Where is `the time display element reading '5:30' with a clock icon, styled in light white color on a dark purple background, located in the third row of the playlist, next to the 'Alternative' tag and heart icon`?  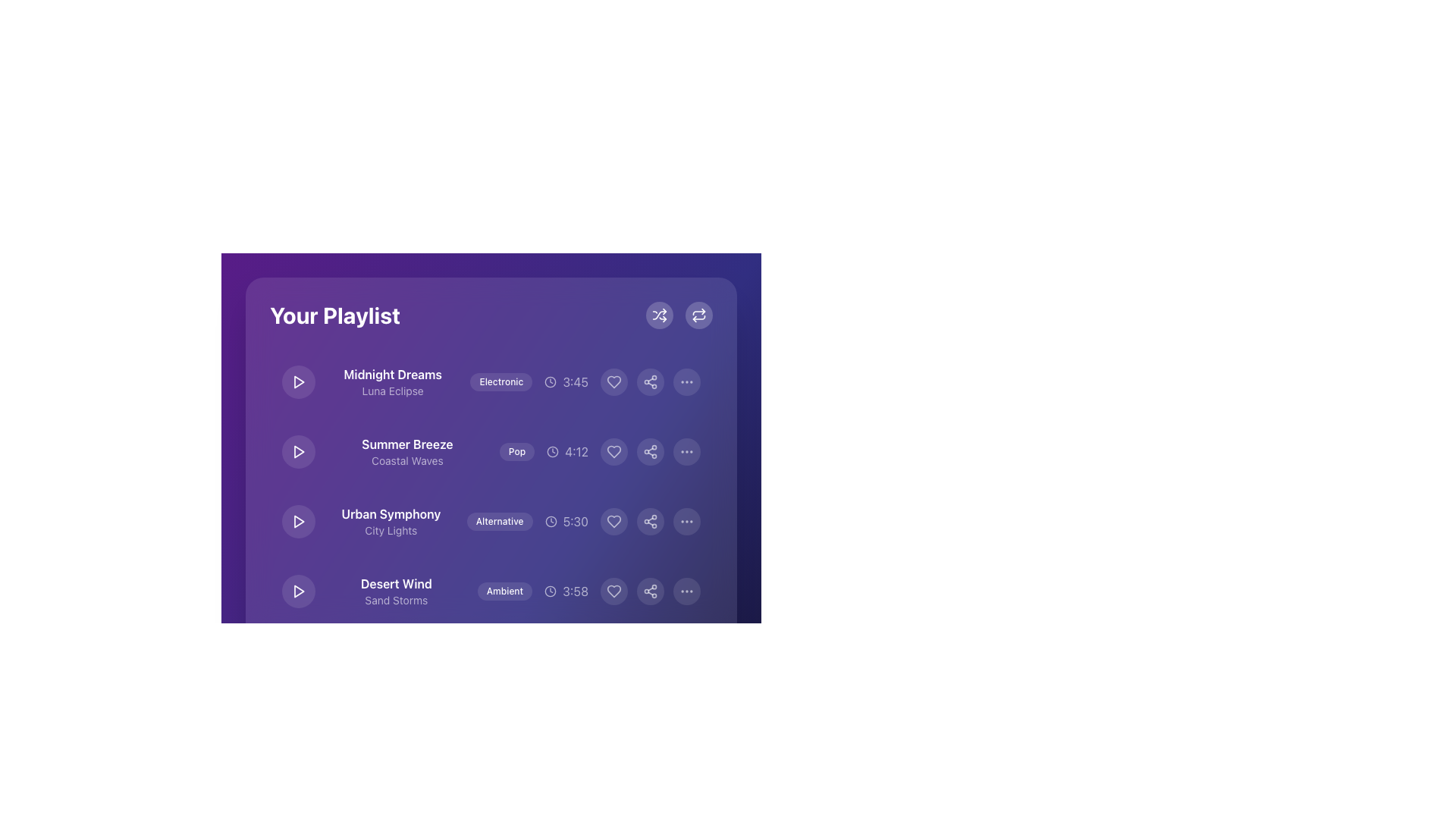
the time display element reading '5:30' with a clock icon, styled in light white color on a dark purple background, located in the third row of the playlist, next to the 'Alternative' tag and heart icon is located at coordinates (566, 520).